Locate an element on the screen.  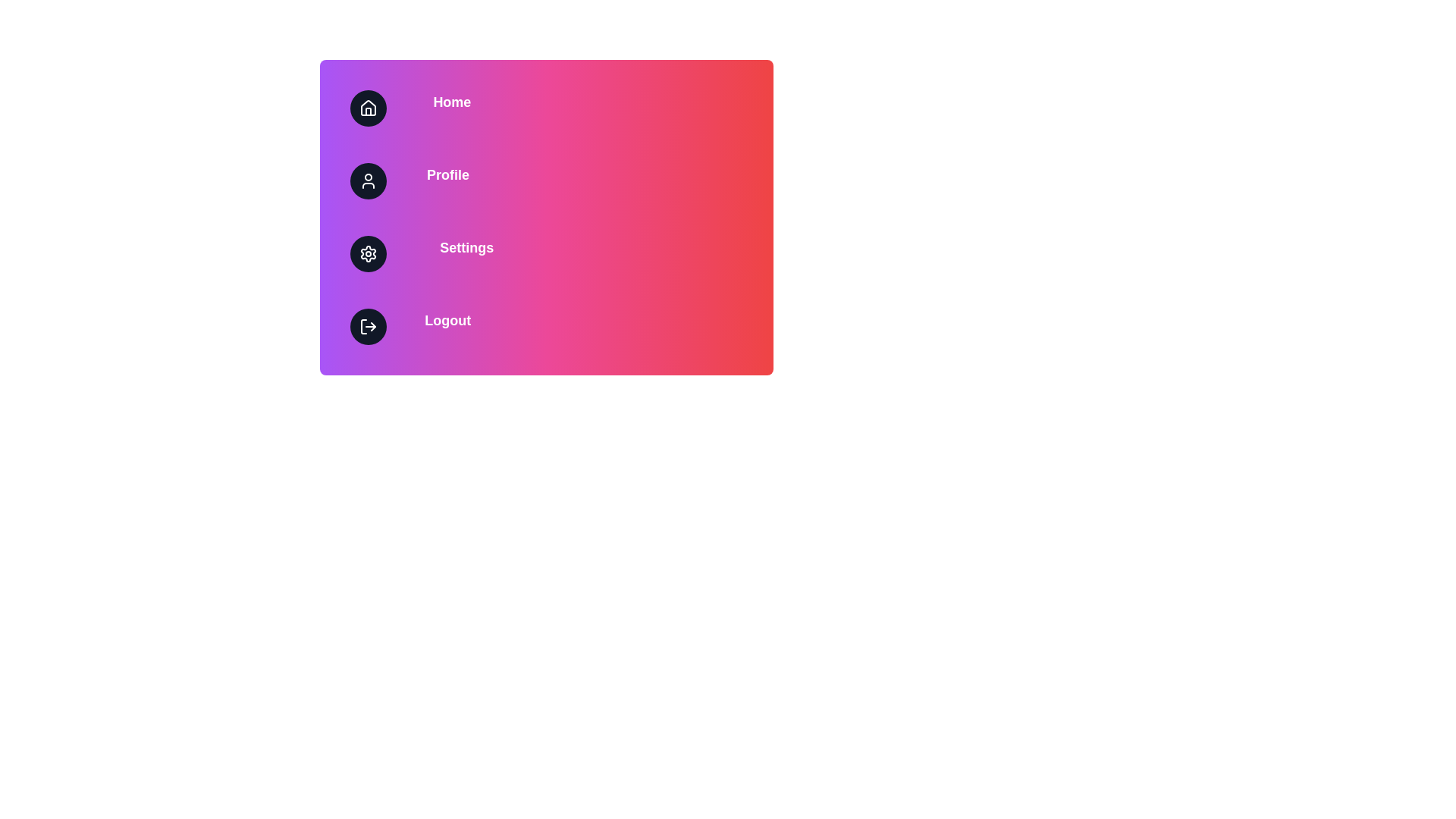
the menu item labeled Settings to perform its associated action is located at coordinates (546, 253).